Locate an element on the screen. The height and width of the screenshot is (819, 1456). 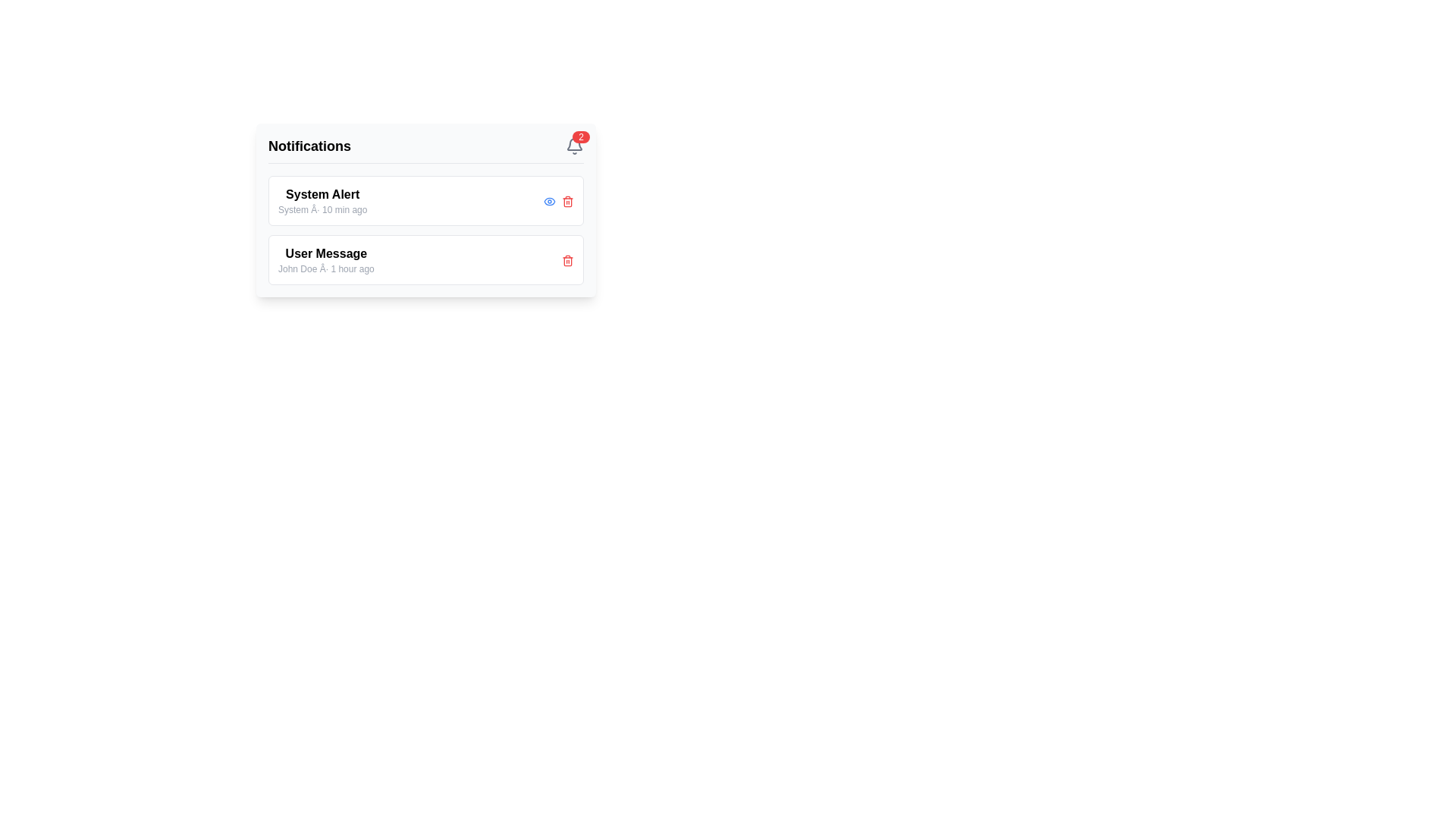
the leftmost icon-button in the action bar of the first notification entry titled 'System Alert' is located at coordinates (548, 200).